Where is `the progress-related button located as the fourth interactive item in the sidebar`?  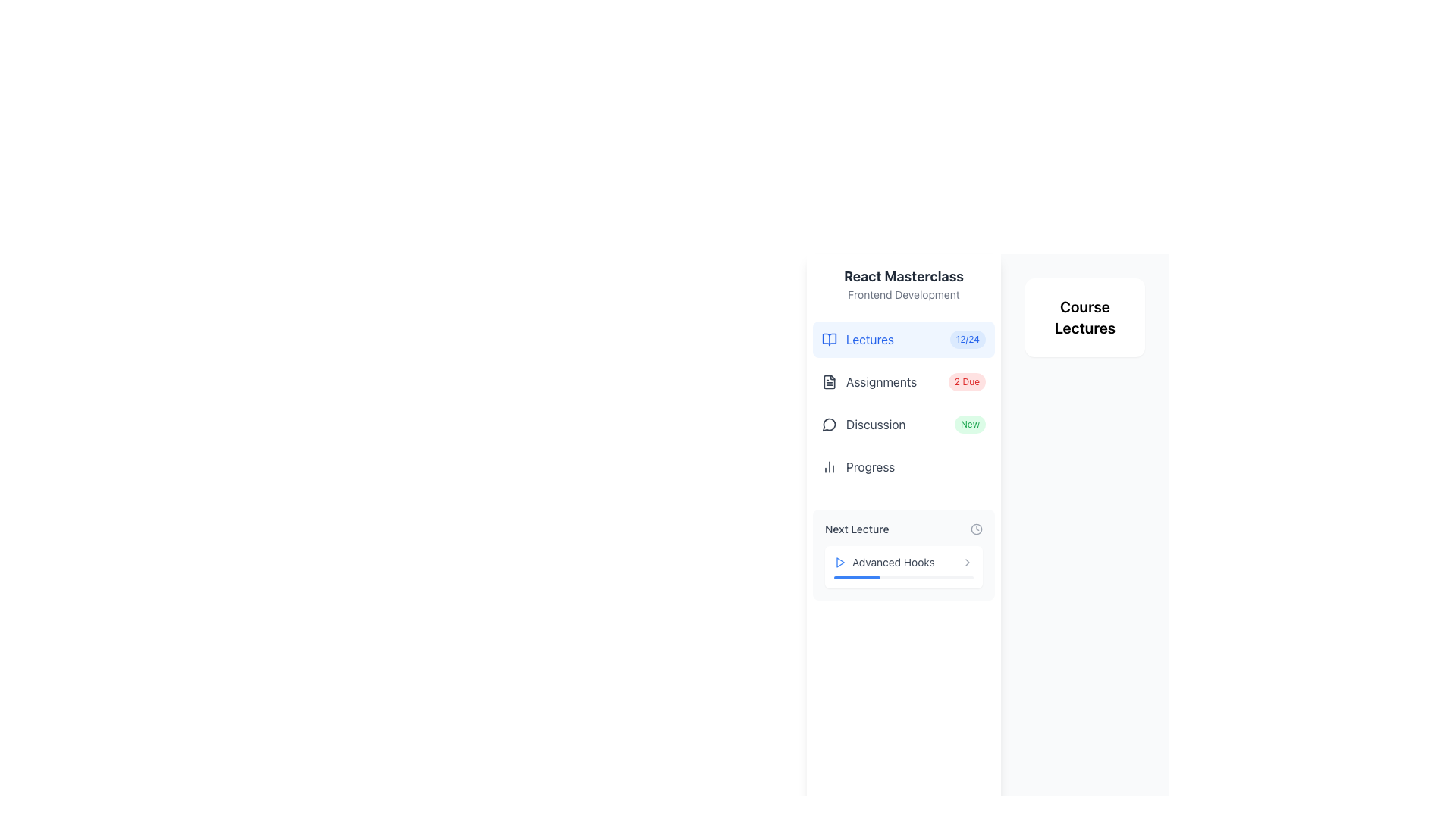 the progress-related button located as the fourth interactive item in the sidebar is located at coordinates (903, 466).